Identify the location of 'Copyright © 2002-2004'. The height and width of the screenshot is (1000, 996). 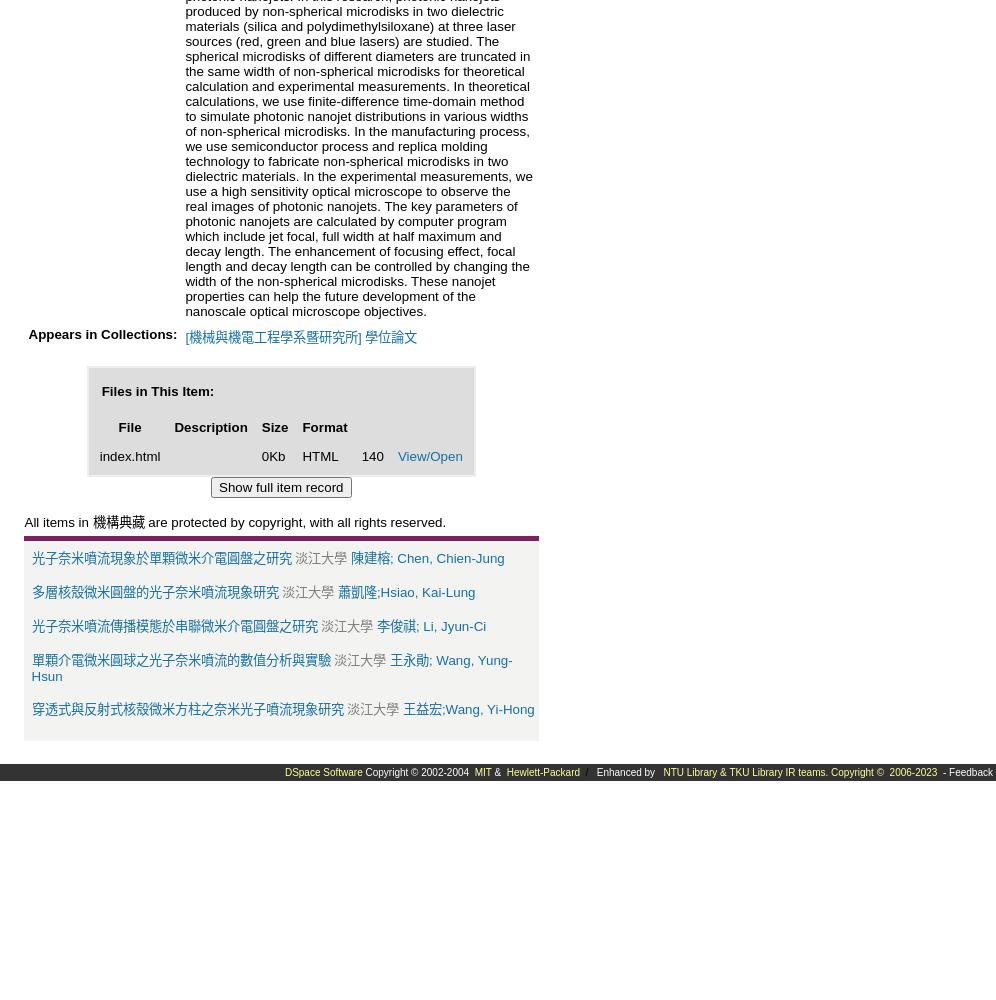
(417, 771).